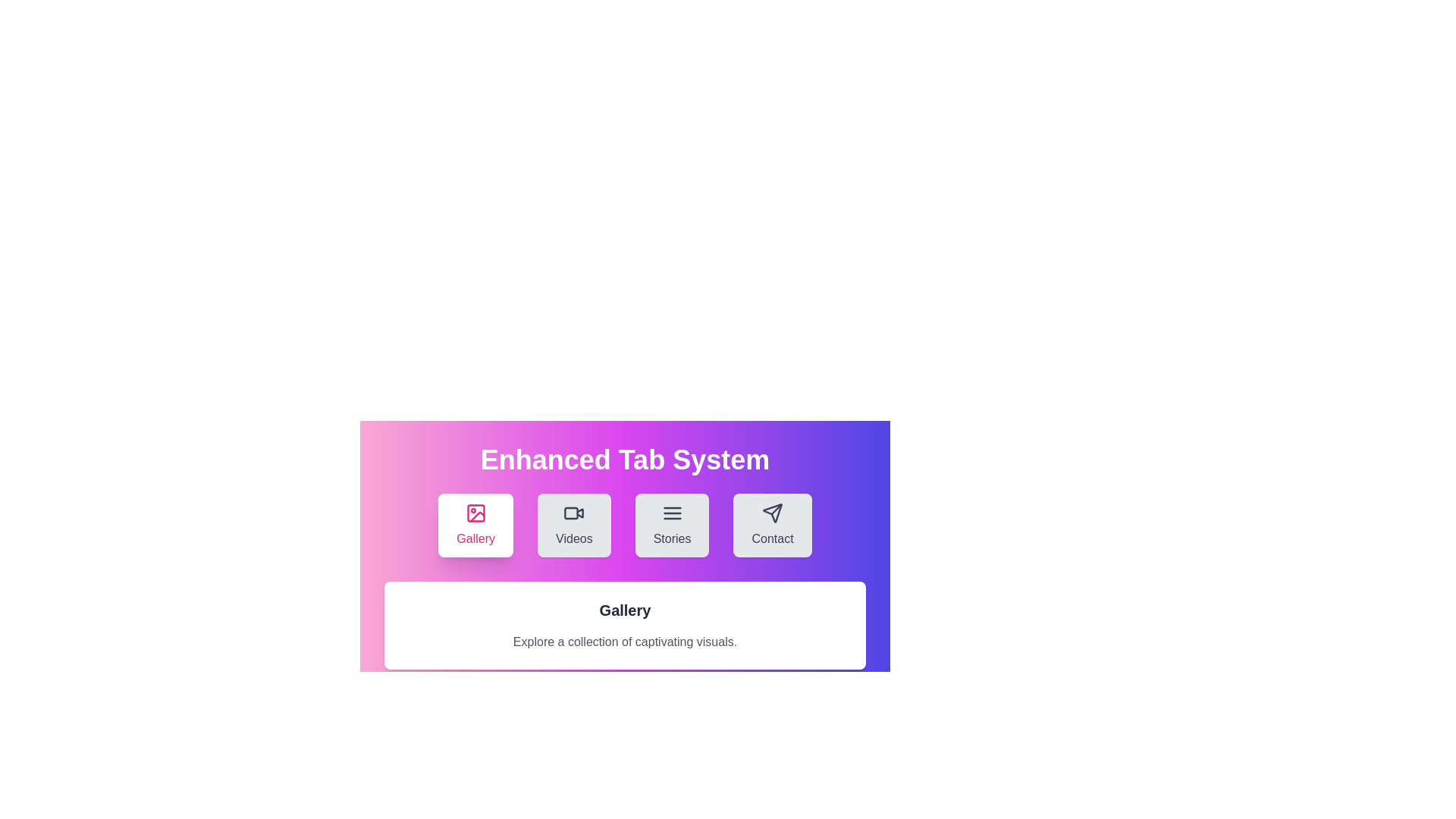 Image resolution: width=1456 pixels, height=819 pixels. I want to click on the Stories tab by clicking its button, so click(671, 525).